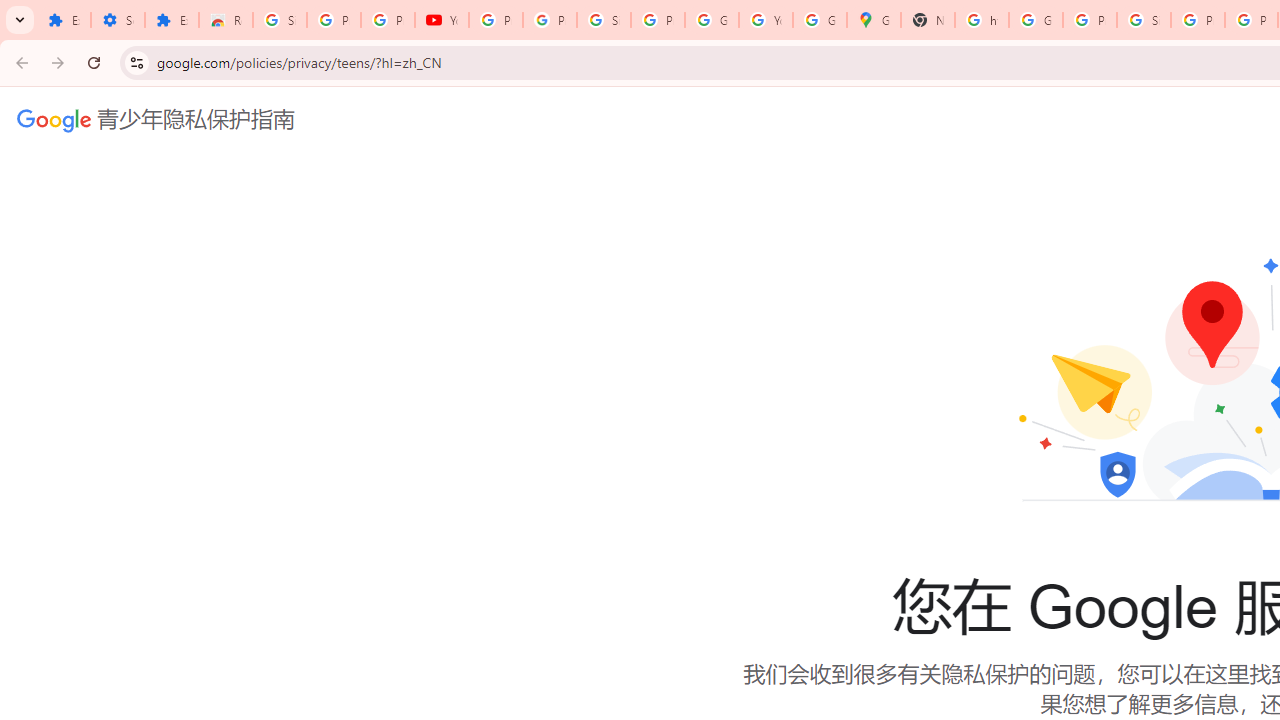 The image size is (1280, 720). I want to click on 'YouTube', so click(440, 20).